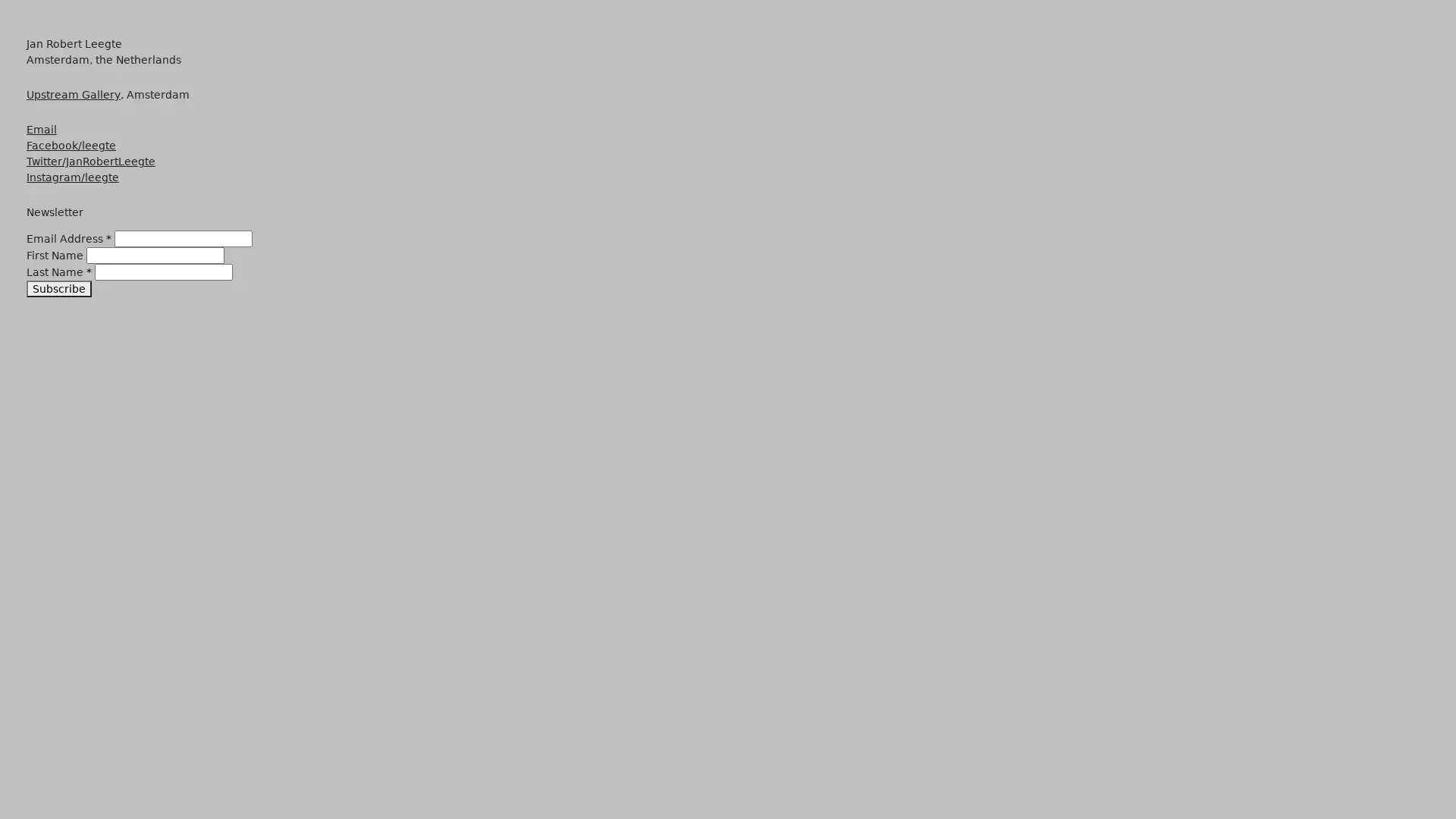 The width and height of the screenshot is (1456, 819). Describe the element at coordinates (58, 289) in the screenshot. I see `Subscribe` at that location.